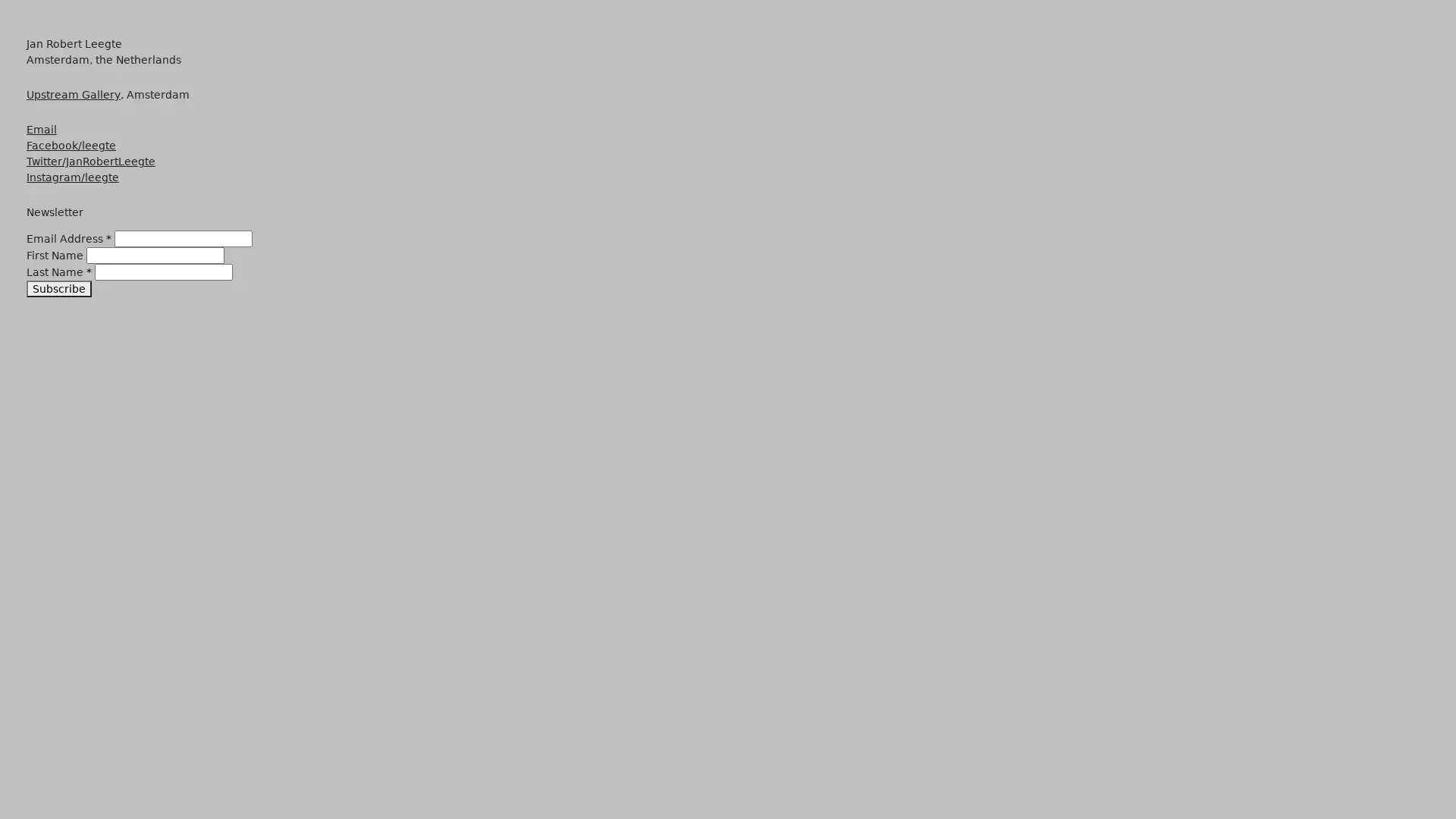 The width and height of the screenshot is (1456, 819). Describe the element at coordinates (58, 289) in the screenshot. I see `Subscribe` at that location.